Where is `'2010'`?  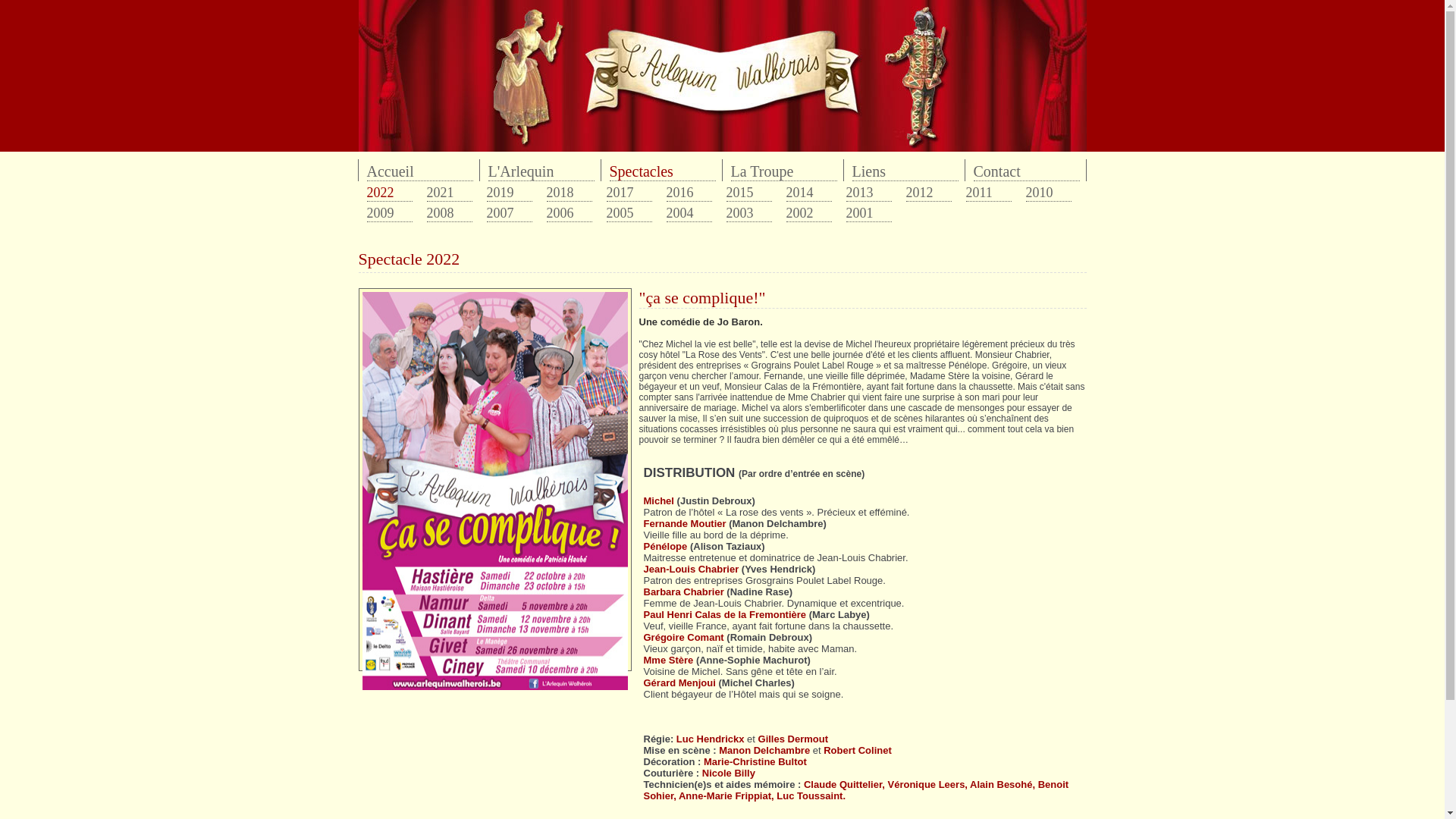
'2010' is located at coordinates (1047, 192).